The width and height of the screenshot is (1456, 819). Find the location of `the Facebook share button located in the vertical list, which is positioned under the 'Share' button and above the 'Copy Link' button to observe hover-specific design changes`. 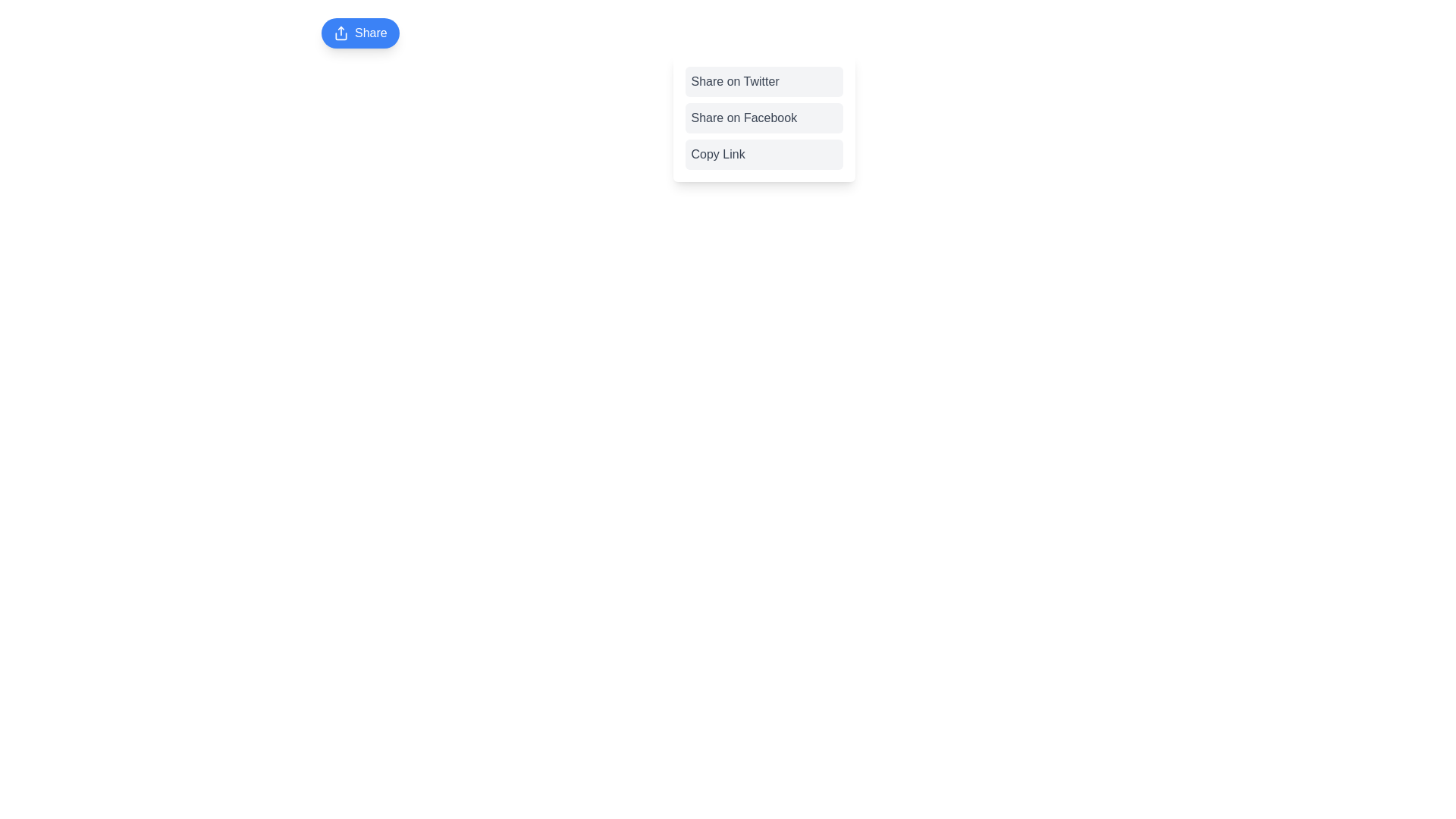

the Facebook share button located in the vertical list, which is positioned under the 'Share' button and above the 'Copy Link' button to observe hover-specific design changes is located at coordinates (764, 117).